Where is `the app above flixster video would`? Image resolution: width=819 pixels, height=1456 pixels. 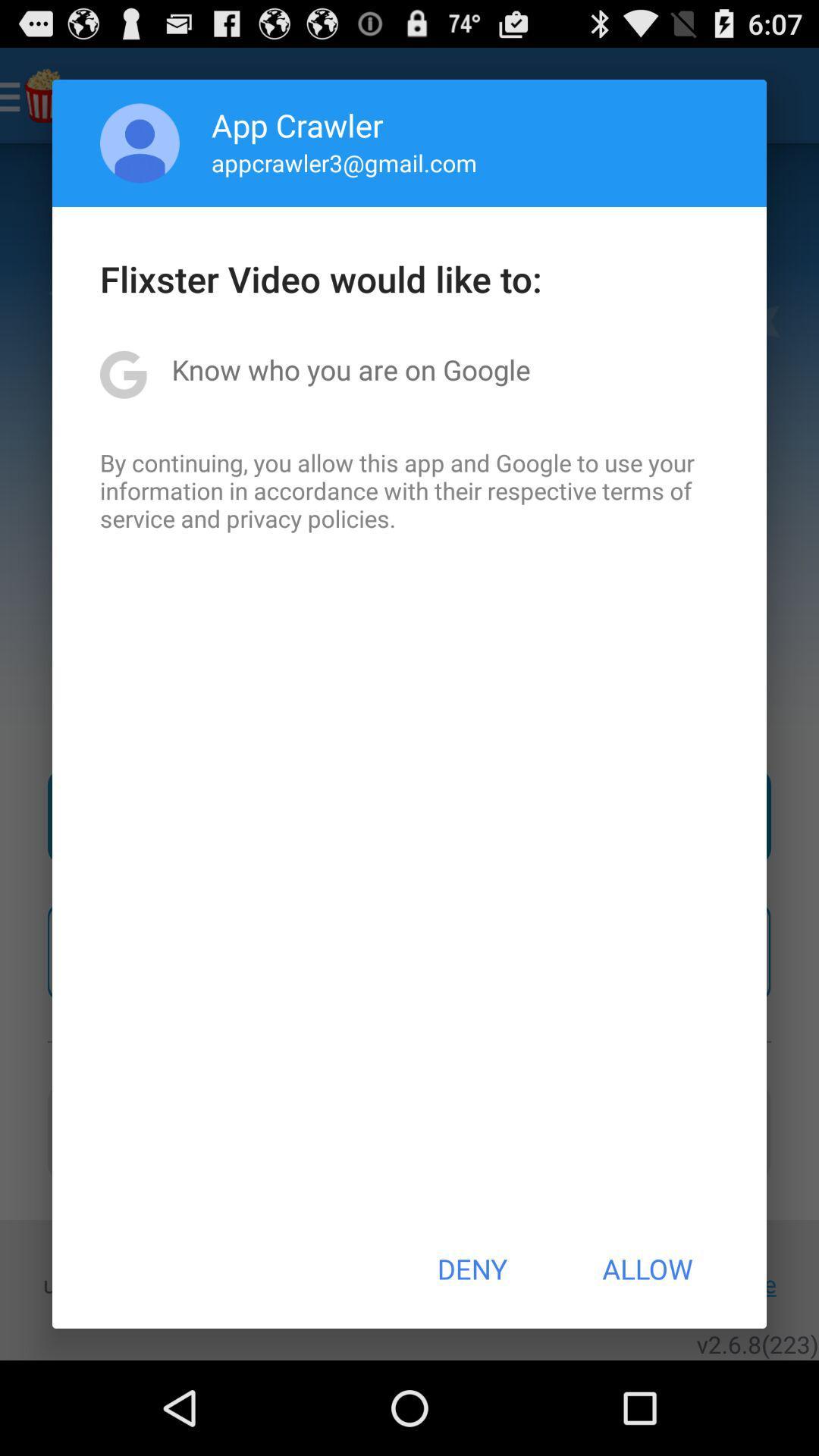 the app above flixster video would is located at coordinates (140, 143).